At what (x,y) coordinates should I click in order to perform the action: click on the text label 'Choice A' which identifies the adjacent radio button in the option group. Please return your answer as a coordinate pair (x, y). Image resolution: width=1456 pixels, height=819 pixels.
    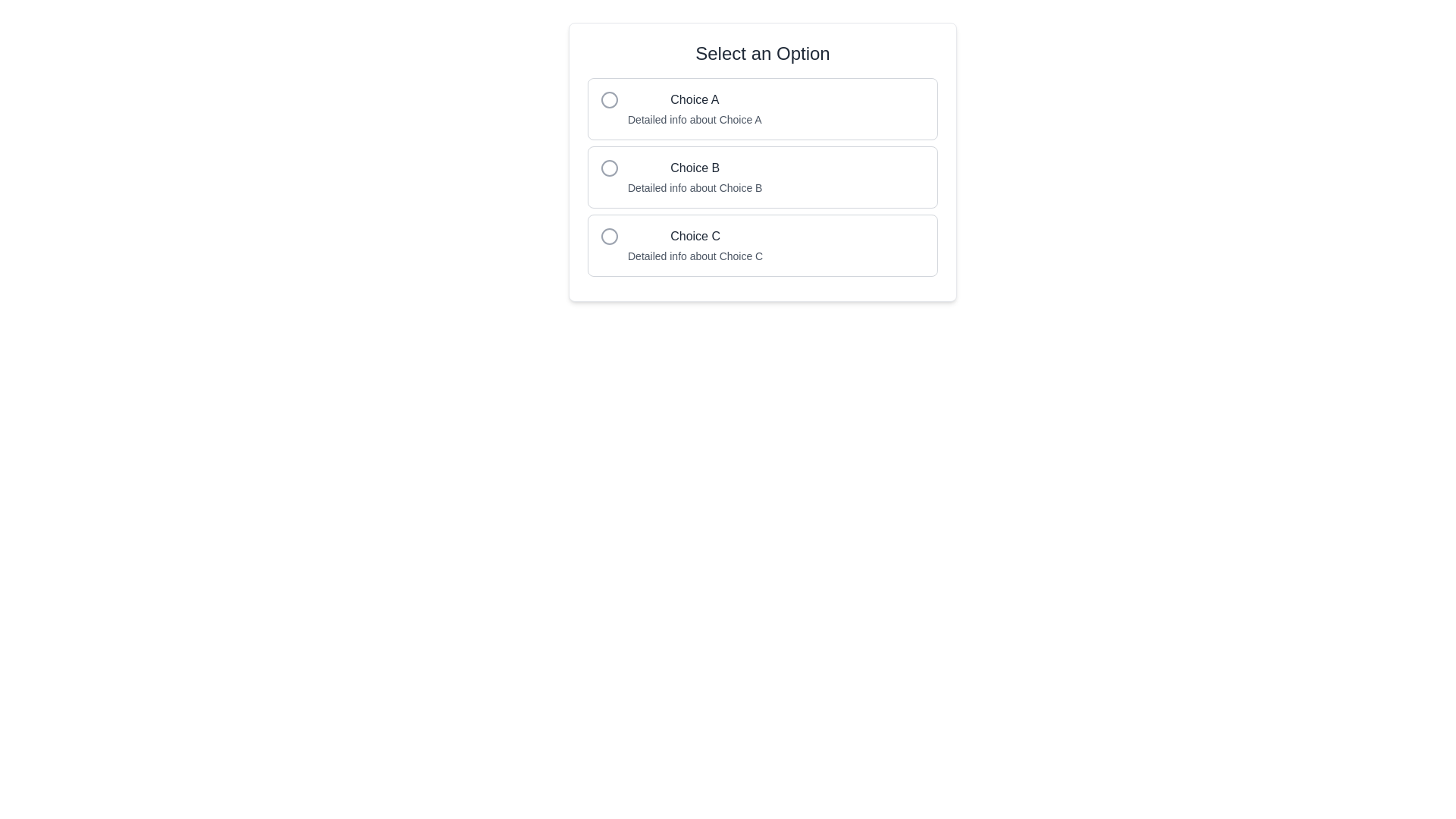
    Looking at the image, I should click on (694, 99).